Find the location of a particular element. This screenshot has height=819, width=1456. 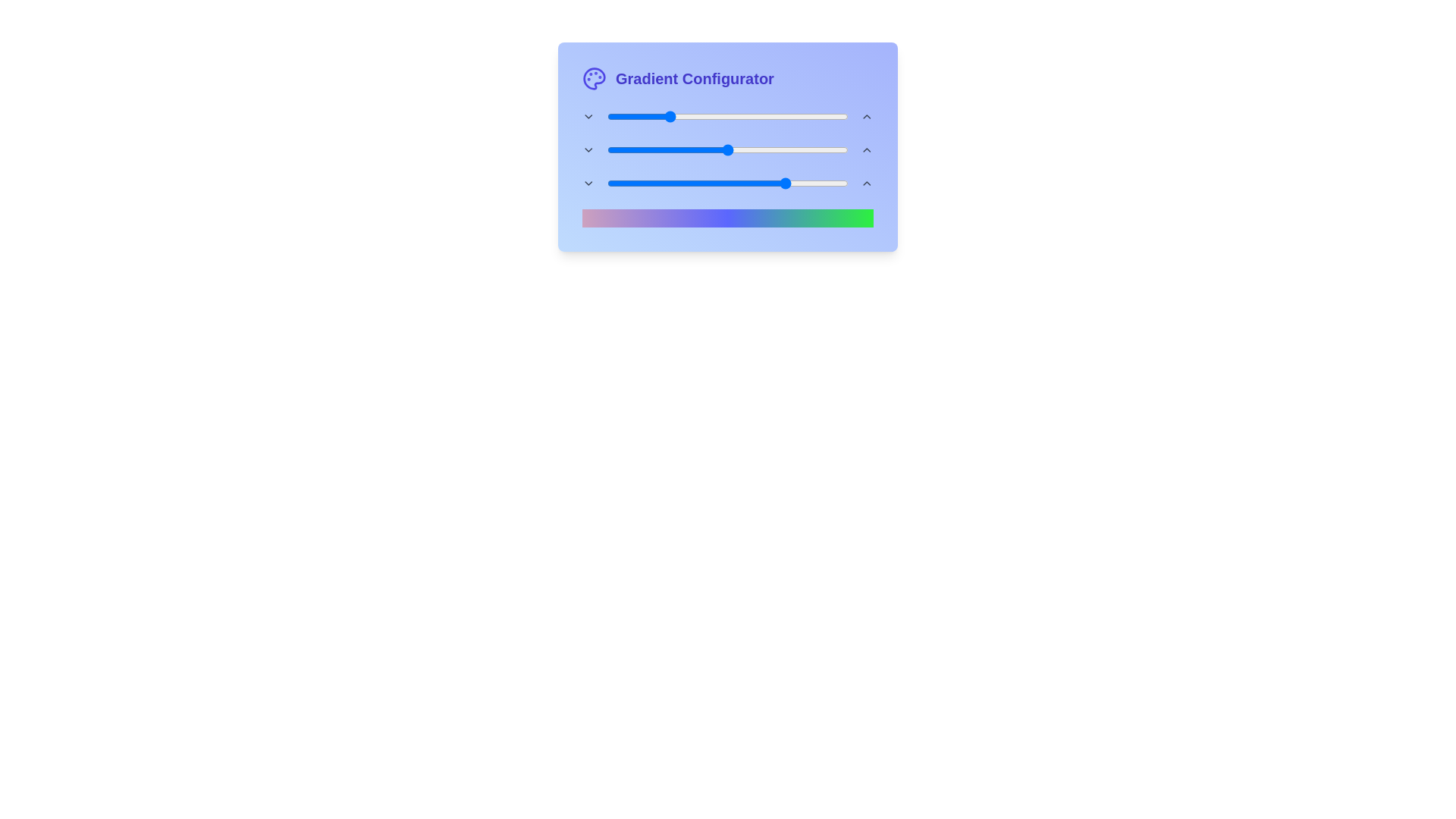

the mid gradient slider to 93 percent is located at coordinates (831, 149).